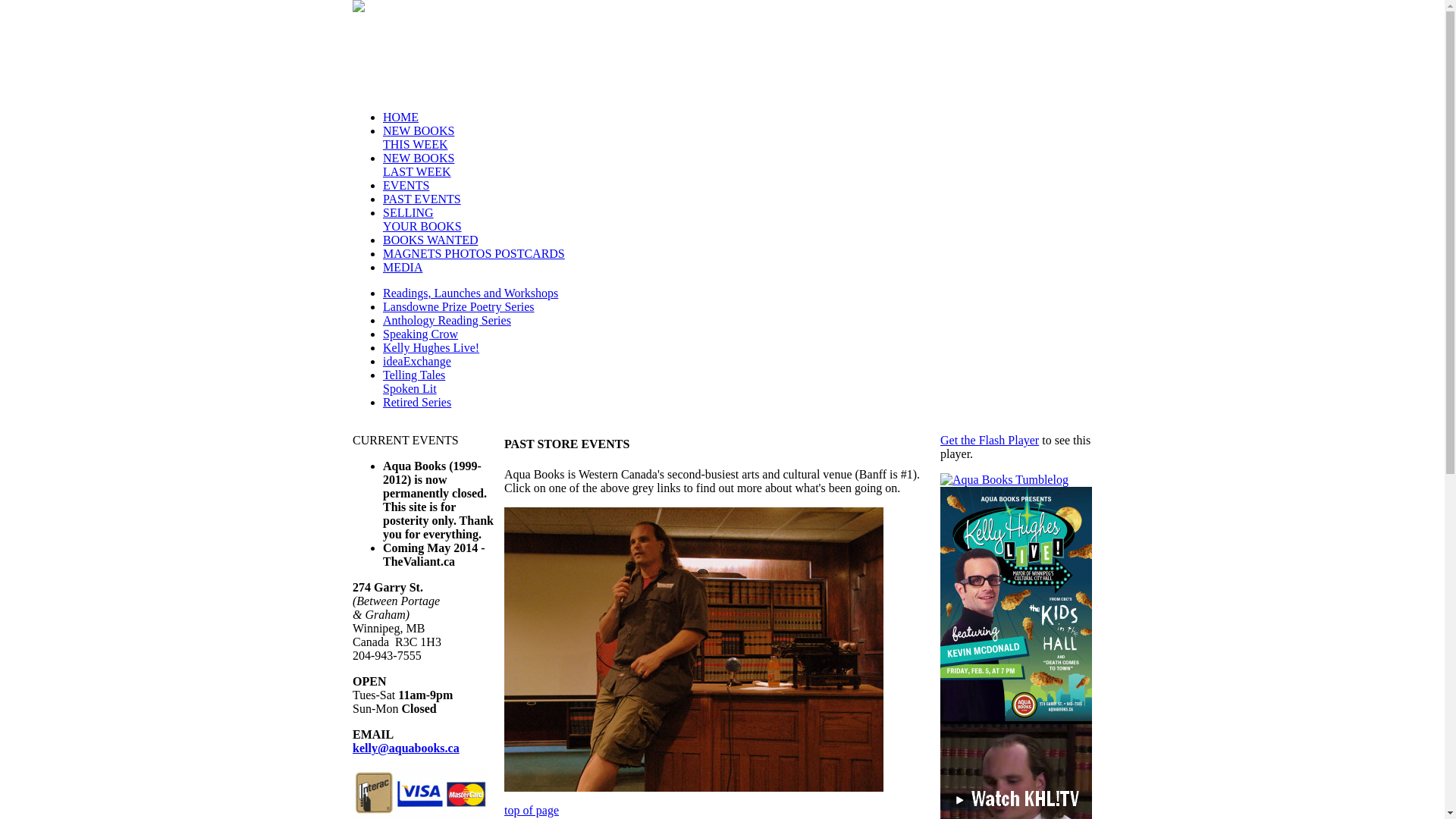 The height and width of the screenshot is (819, 1456). Describe the element at coordinates (472, 253) in the screenshot. I see `'MAGNETS PHOTOS POSTCARDS'` at that location.